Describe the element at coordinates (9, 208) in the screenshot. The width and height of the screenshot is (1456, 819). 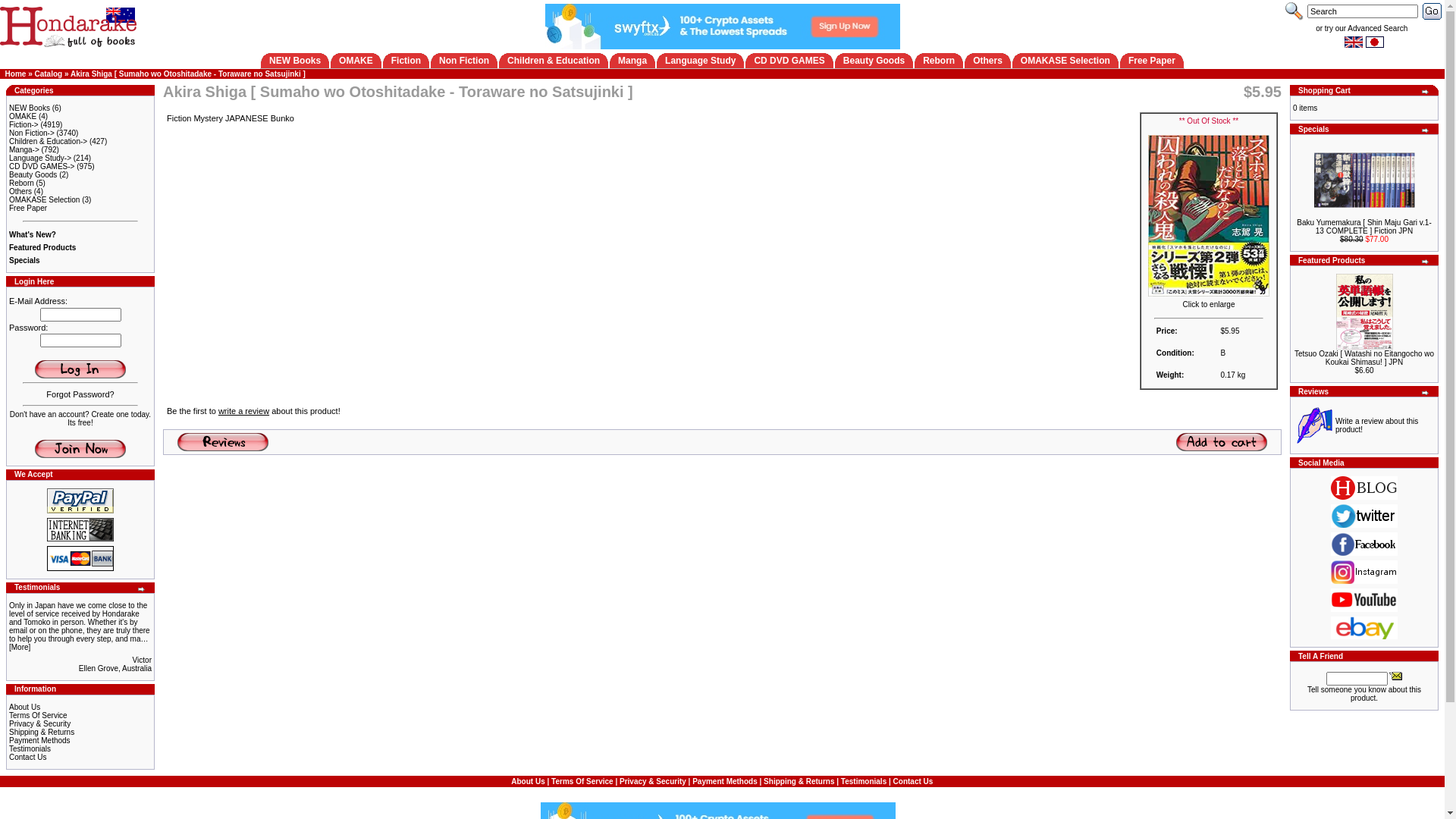
I see `'Free Paper'` at that location.